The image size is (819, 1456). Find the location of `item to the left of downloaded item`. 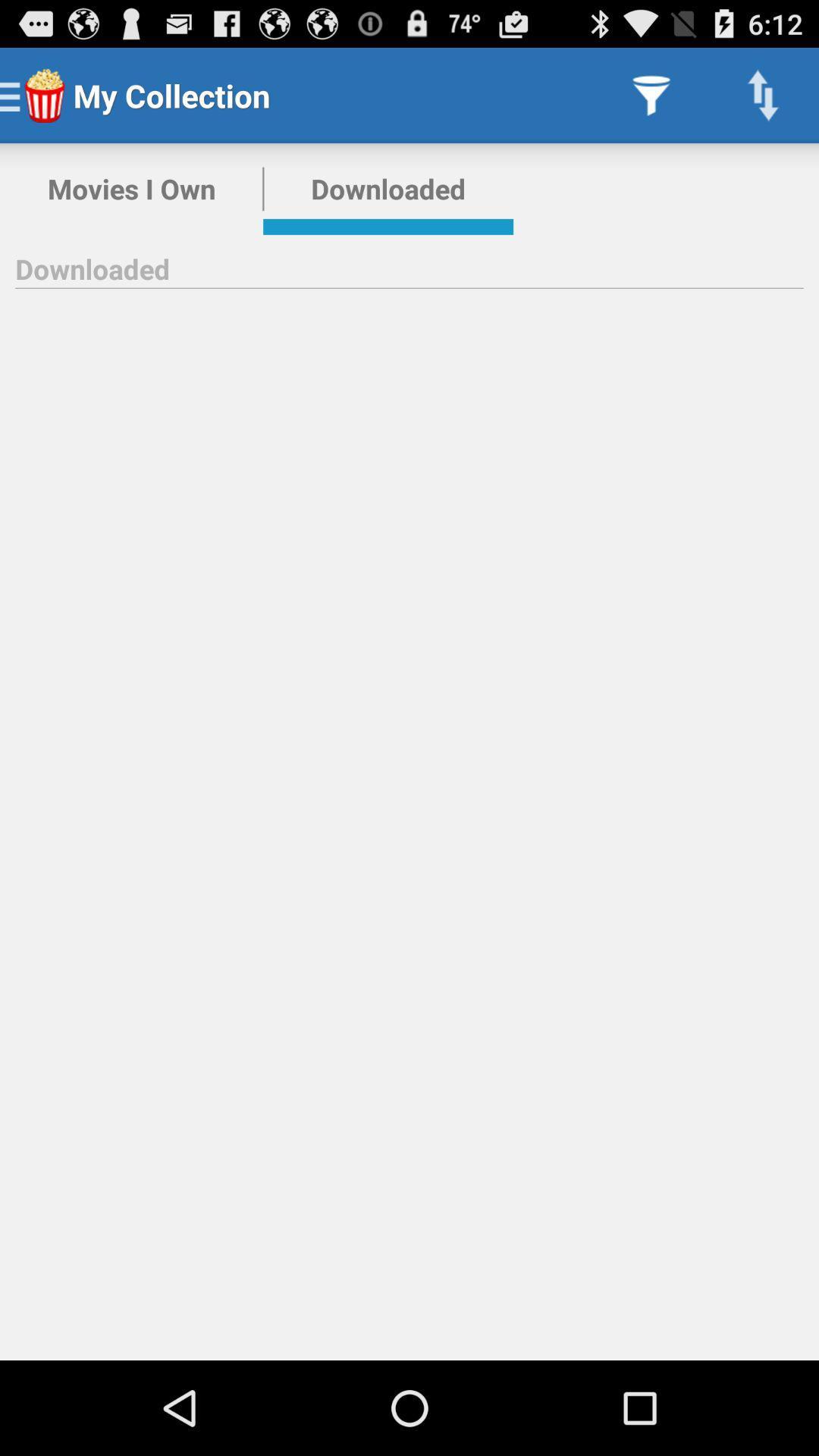

item to the left of downloaded item is located at coordinates (130, 188).